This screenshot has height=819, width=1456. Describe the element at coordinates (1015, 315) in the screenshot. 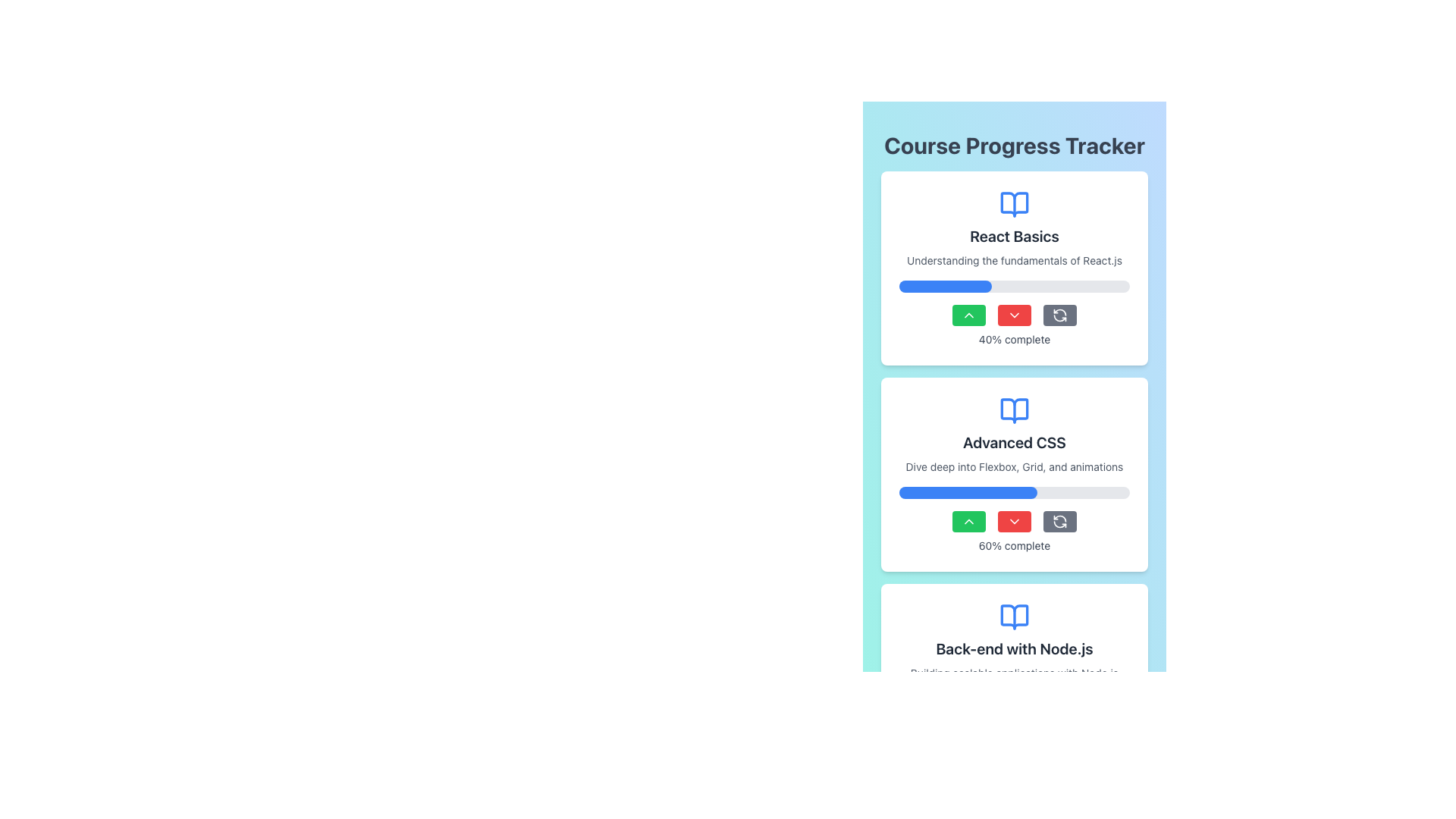

I see `the second button in the 'Course Progress Tracker' section labeled 'React Basics', which features a downward-pointing chevron icon` at that location.